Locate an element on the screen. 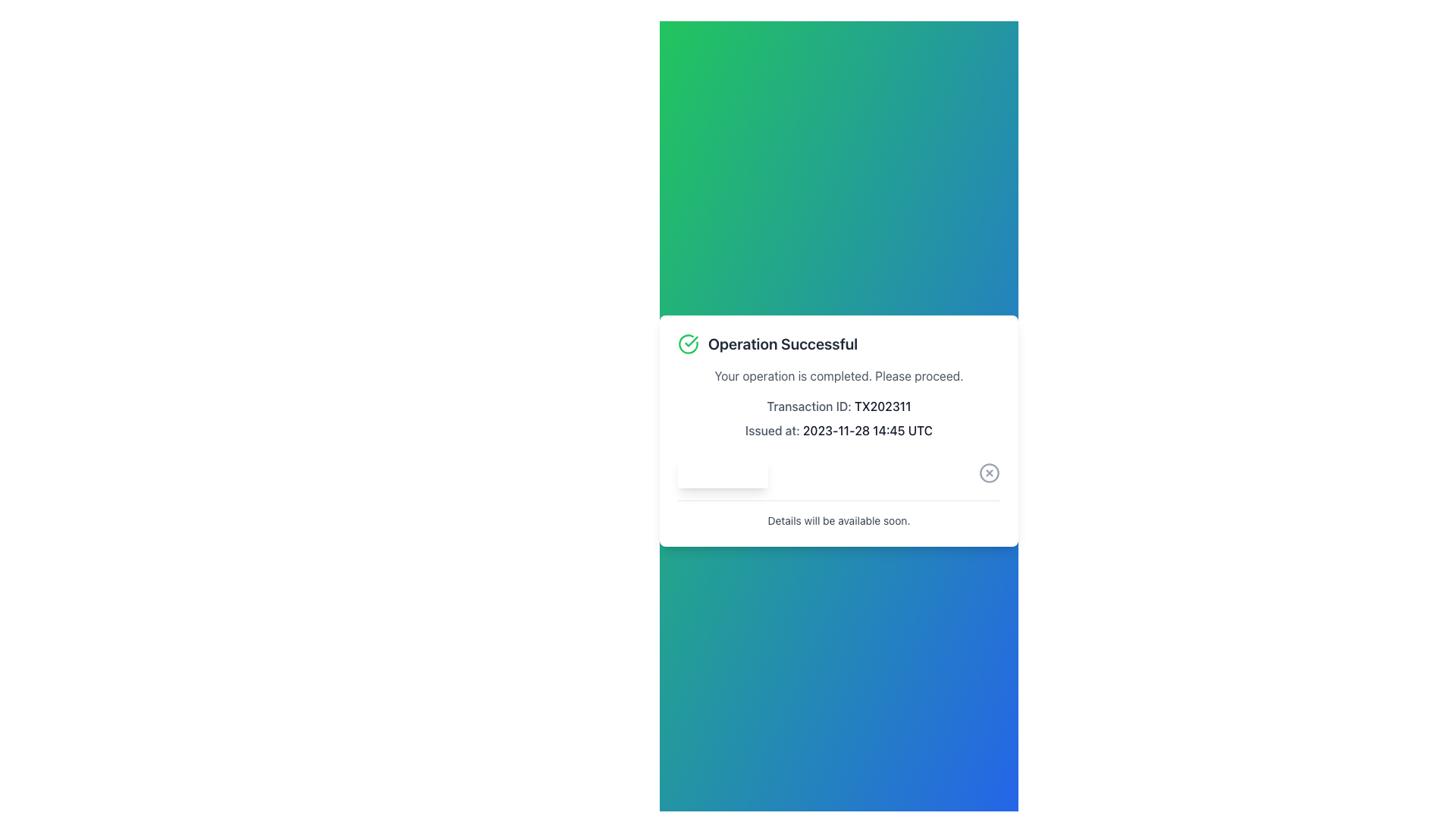 The width and height of the screenshot is (1456, 819). transaction ID displayed in the static text element labeled 'Transaction ID: TX202311', which is non-interactive and presents information only is located at coordinates (883, 405).